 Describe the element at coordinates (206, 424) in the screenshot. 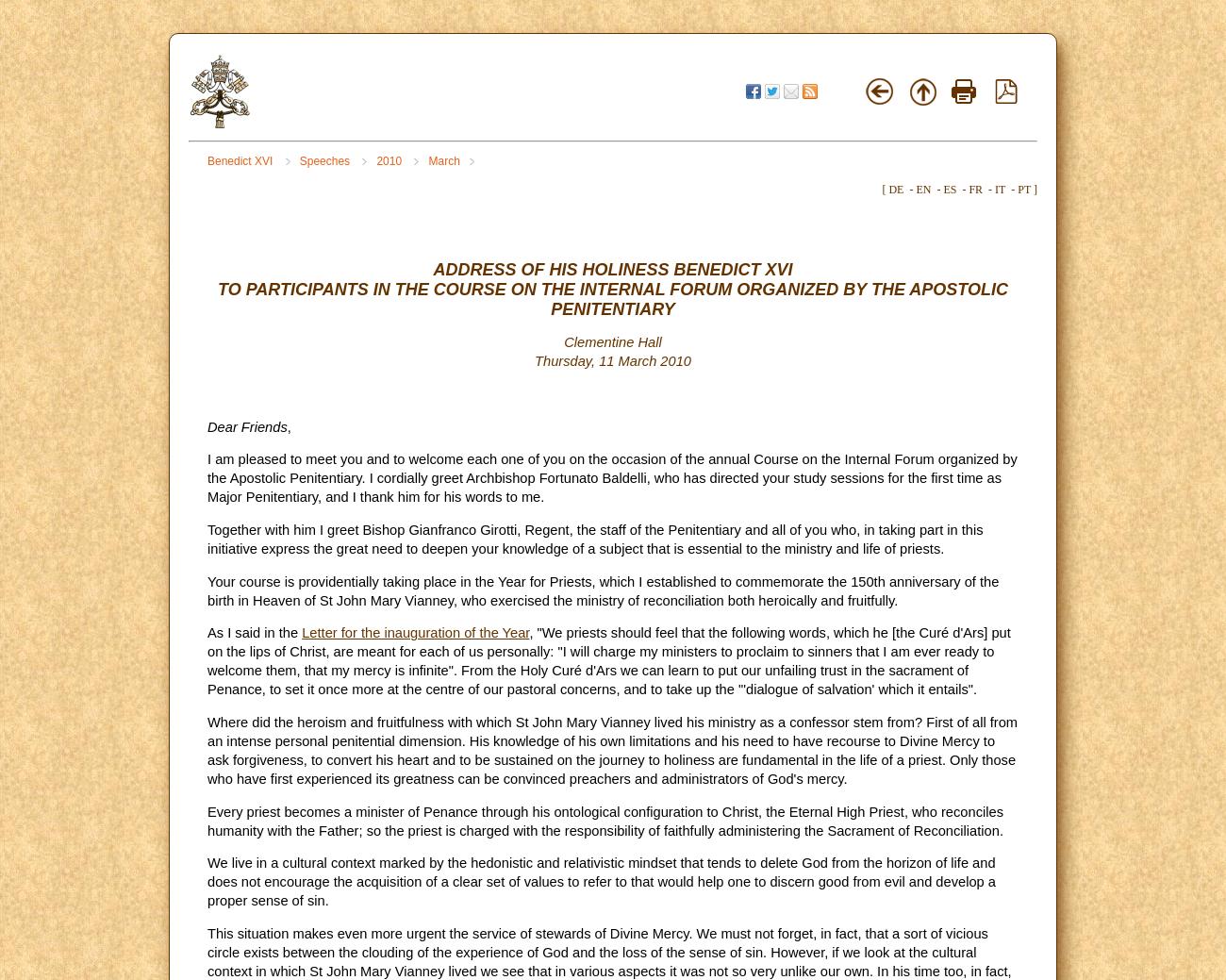

I see `'Dear Friends'` at that location.